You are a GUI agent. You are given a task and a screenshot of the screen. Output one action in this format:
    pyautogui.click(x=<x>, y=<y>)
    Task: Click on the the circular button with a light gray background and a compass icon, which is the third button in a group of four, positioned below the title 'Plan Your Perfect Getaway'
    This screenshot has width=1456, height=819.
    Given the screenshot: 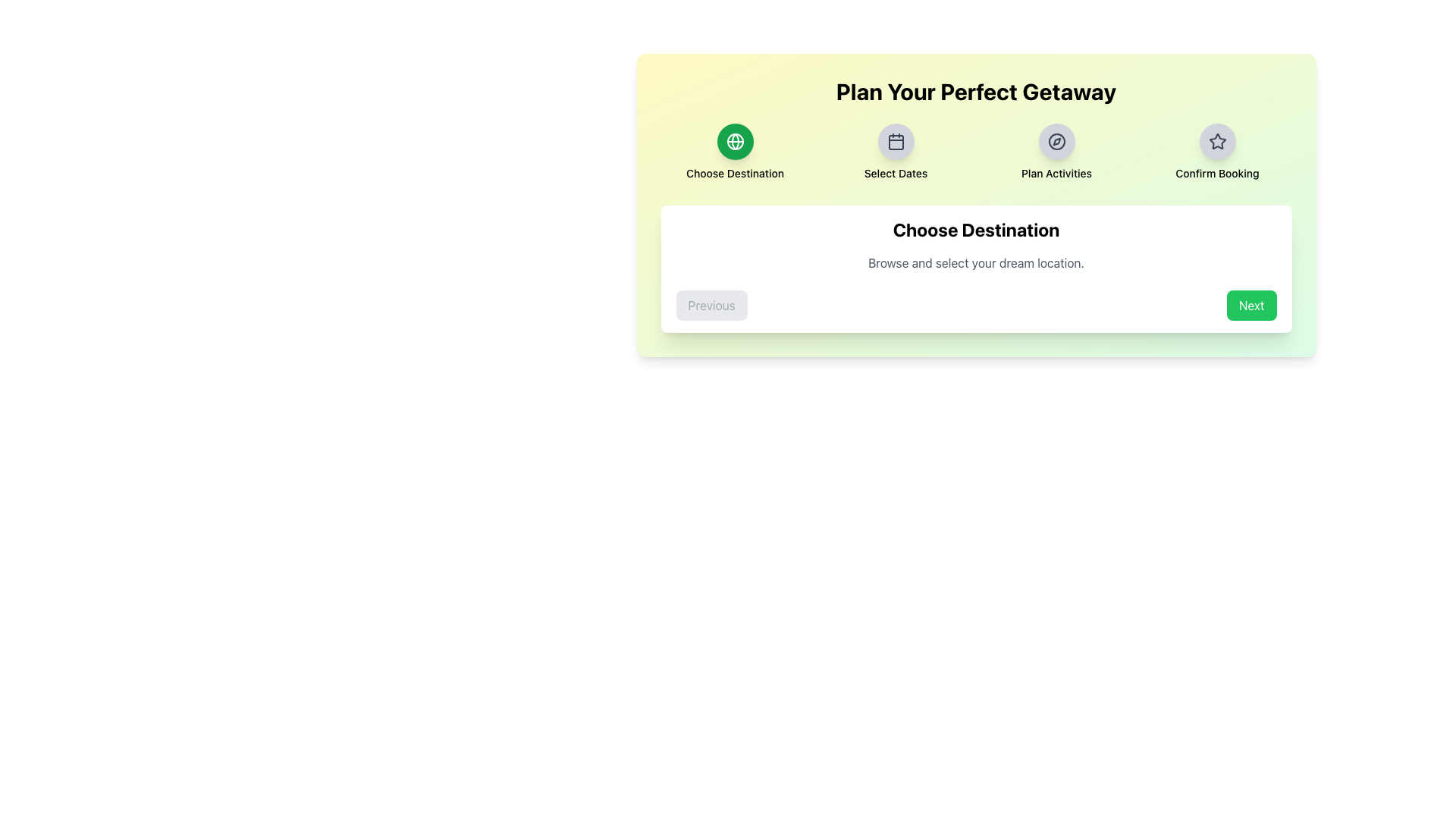 What is the action you would take?
    pyautogui.click(x=1056, y=141)
    